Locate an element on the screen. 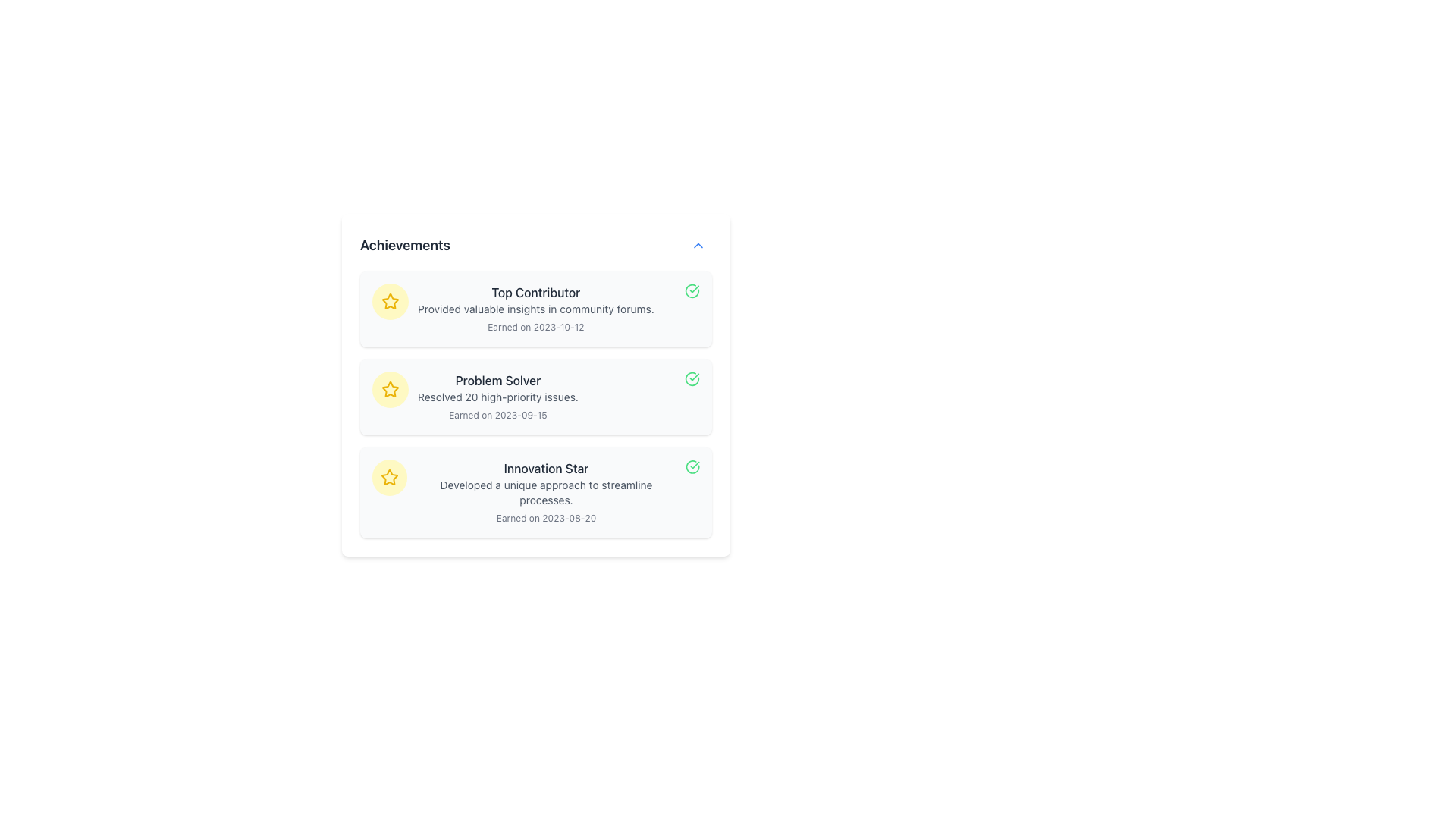 Image resolution: width=1456 pixels, height=819 pixels. the button located at the right end of the title bar of the 'Achievements' section is located at coordinates (698, 245).